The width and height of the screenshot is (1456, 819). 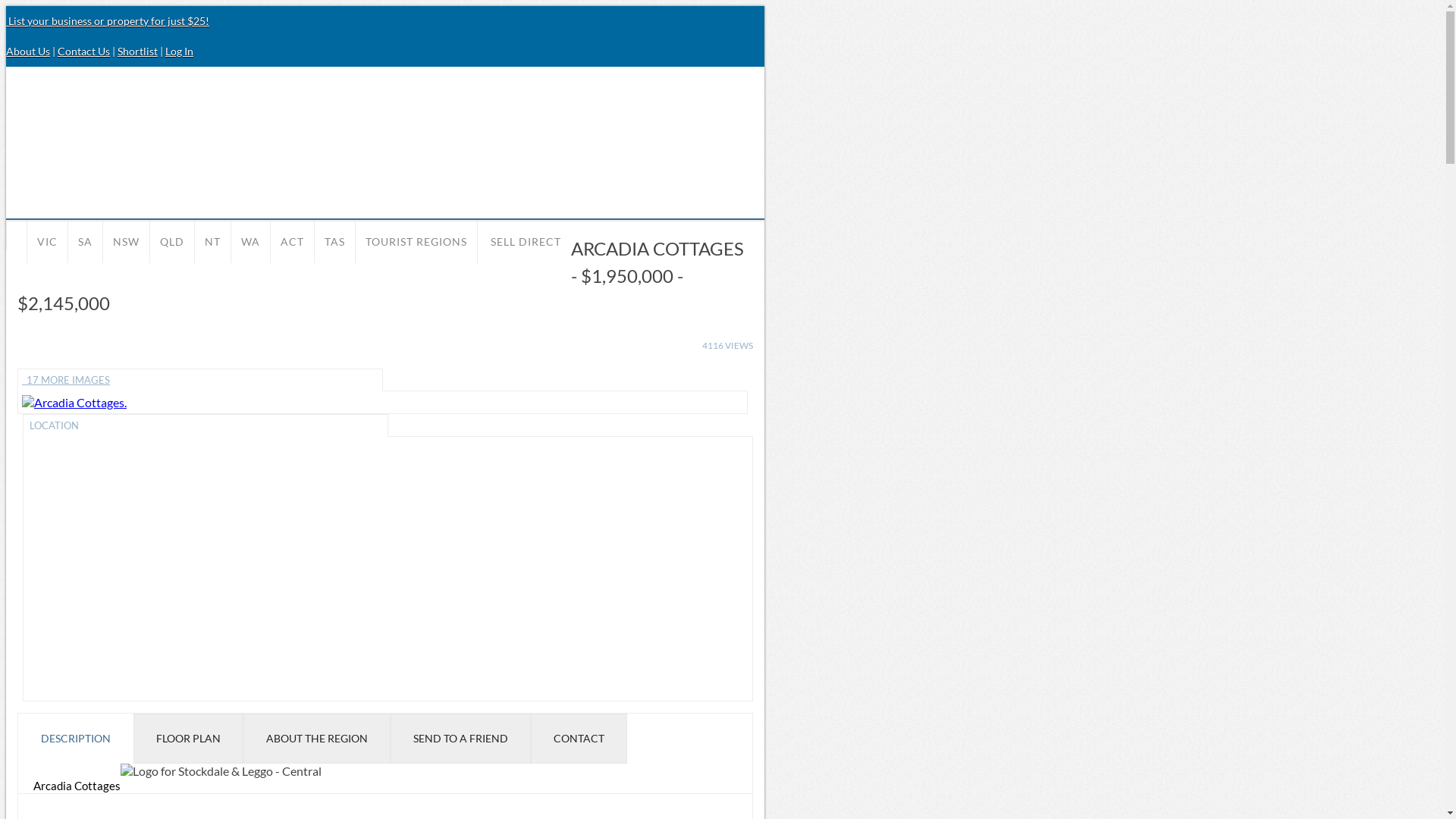 What do you see at coordinates (107, 20) in the screenshot?
I see `' List your business or property for just $25!'` at bounding box center [107, 20].